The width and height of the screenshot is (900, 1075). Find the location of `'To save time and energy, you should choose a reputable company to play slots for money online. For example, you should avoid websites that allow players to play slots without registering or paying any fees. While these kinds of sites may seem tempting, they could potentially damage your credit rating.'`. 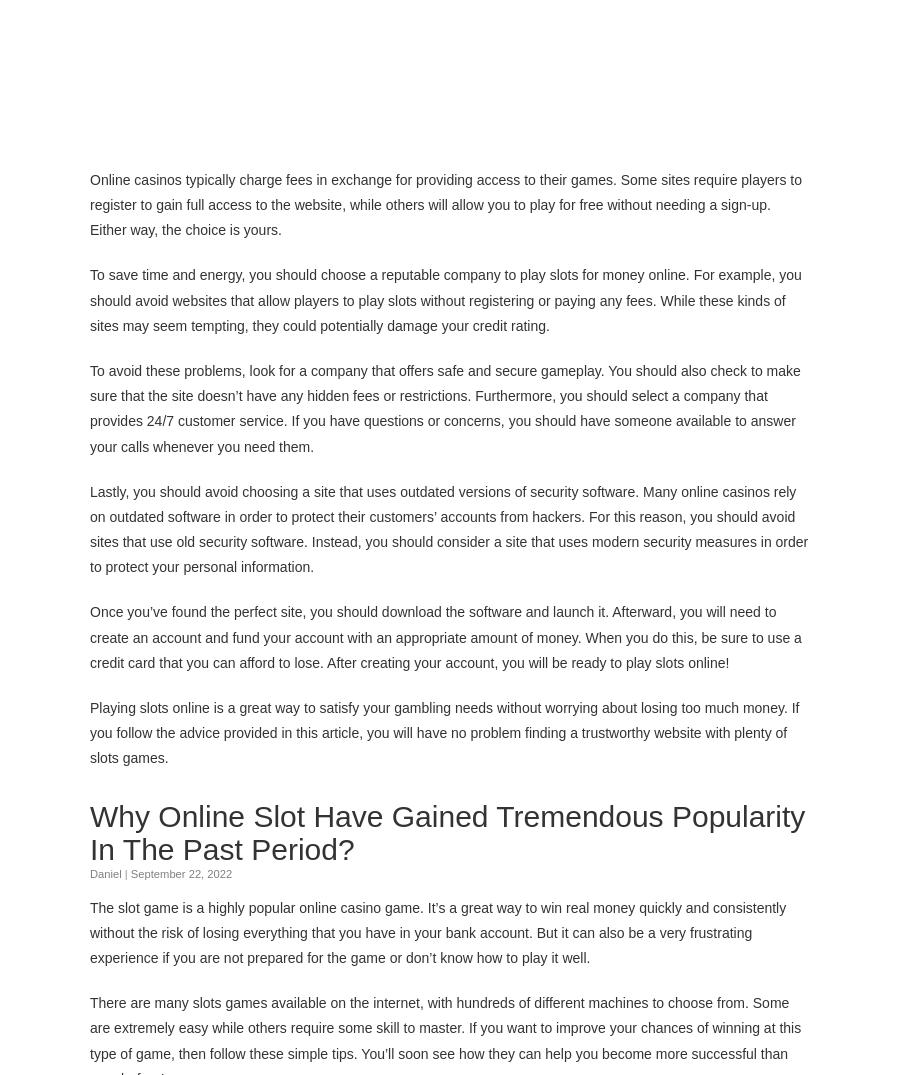

'To save time and energy, you should choose a reputable company to play slots for money online. For example, you should avoid websites that allow players to play slots without registering or paying any fees. While these kinds of sites may seem tempting, they could potentially damage your credit rating.' is located at coordinates (445, 299).